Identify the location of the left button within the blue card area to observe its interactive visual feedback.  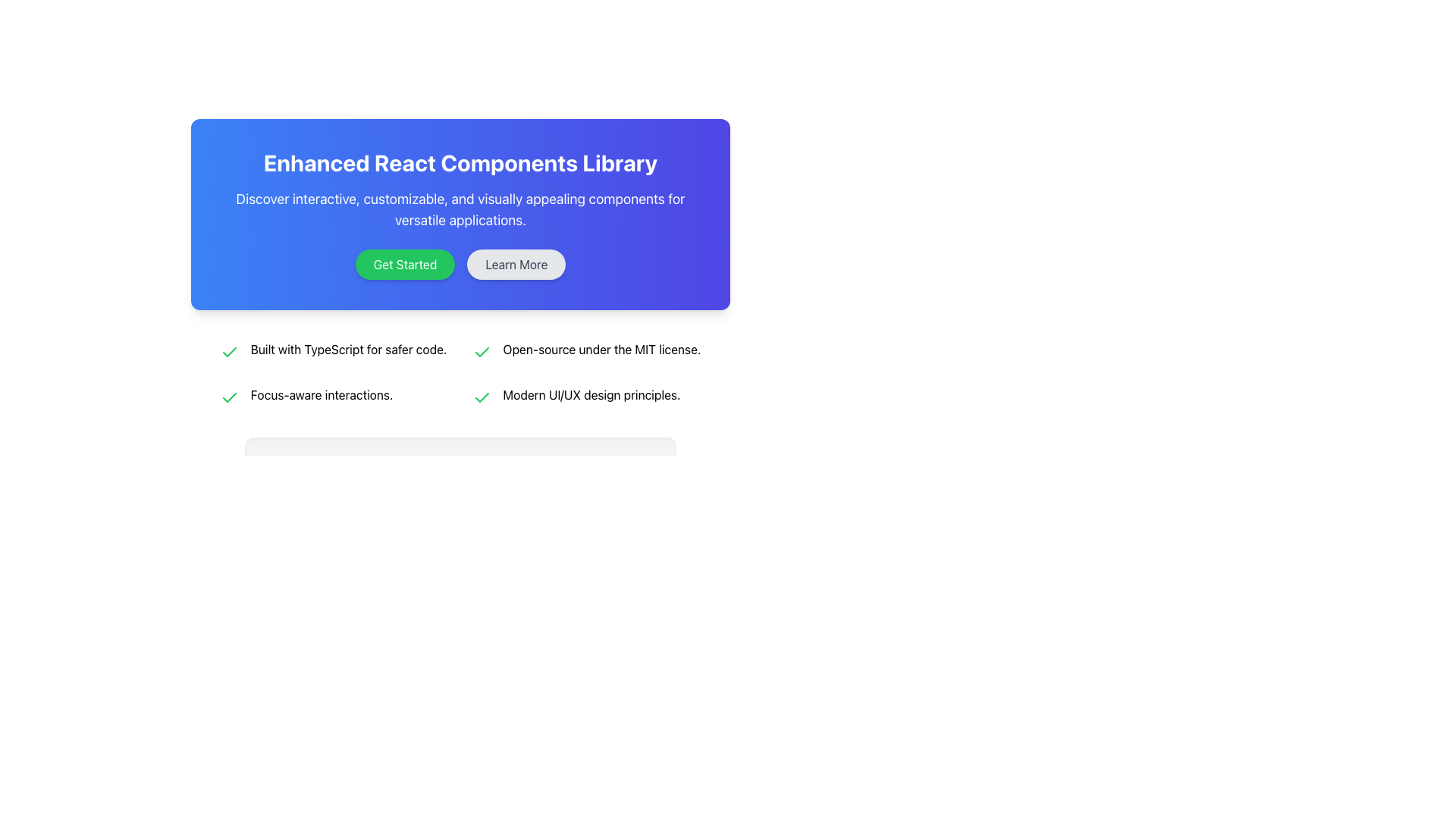
(405, 263).